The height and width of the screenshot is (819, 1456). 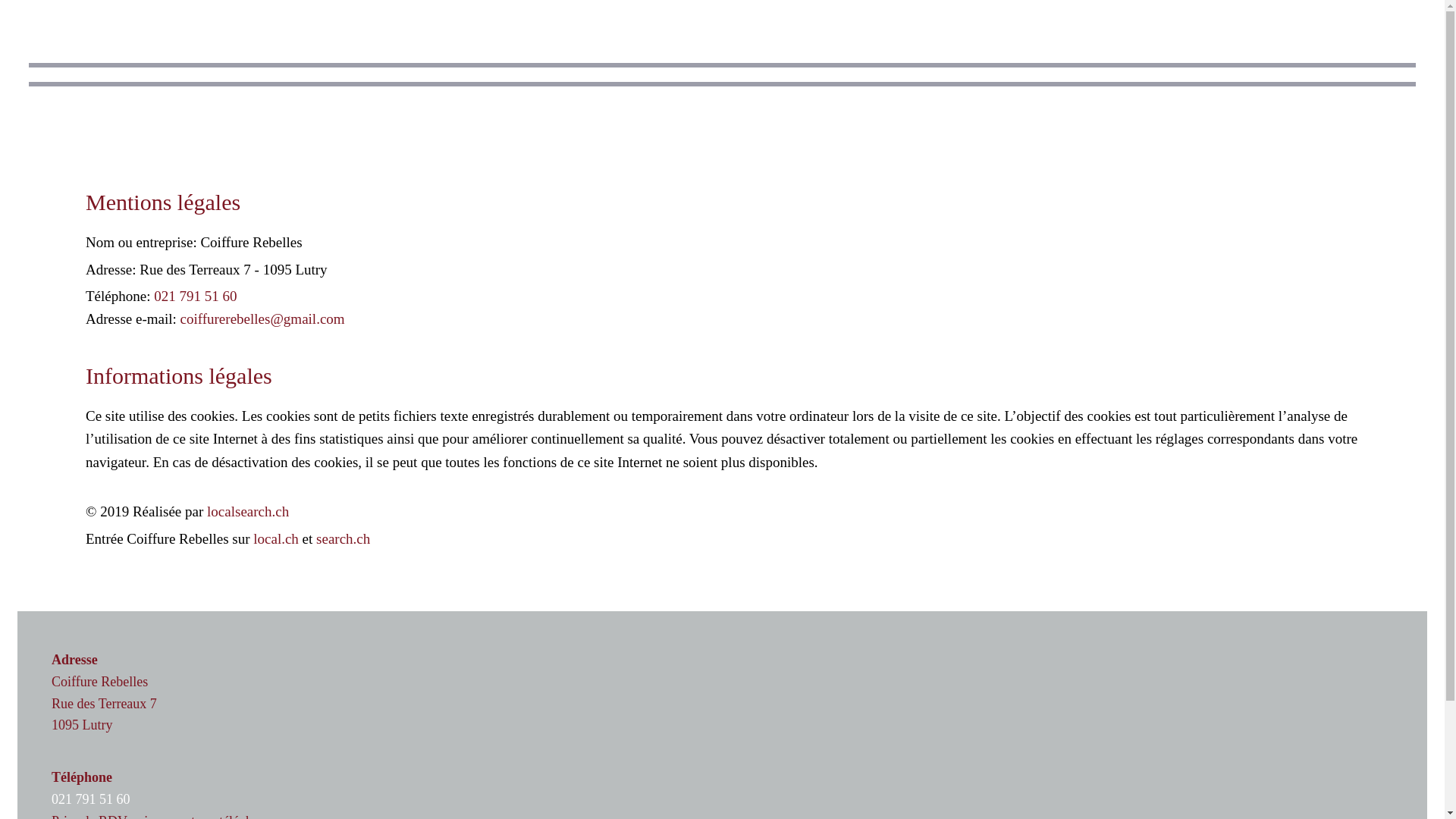 I want to click on 'search.ch', so click(x=342, y=538).